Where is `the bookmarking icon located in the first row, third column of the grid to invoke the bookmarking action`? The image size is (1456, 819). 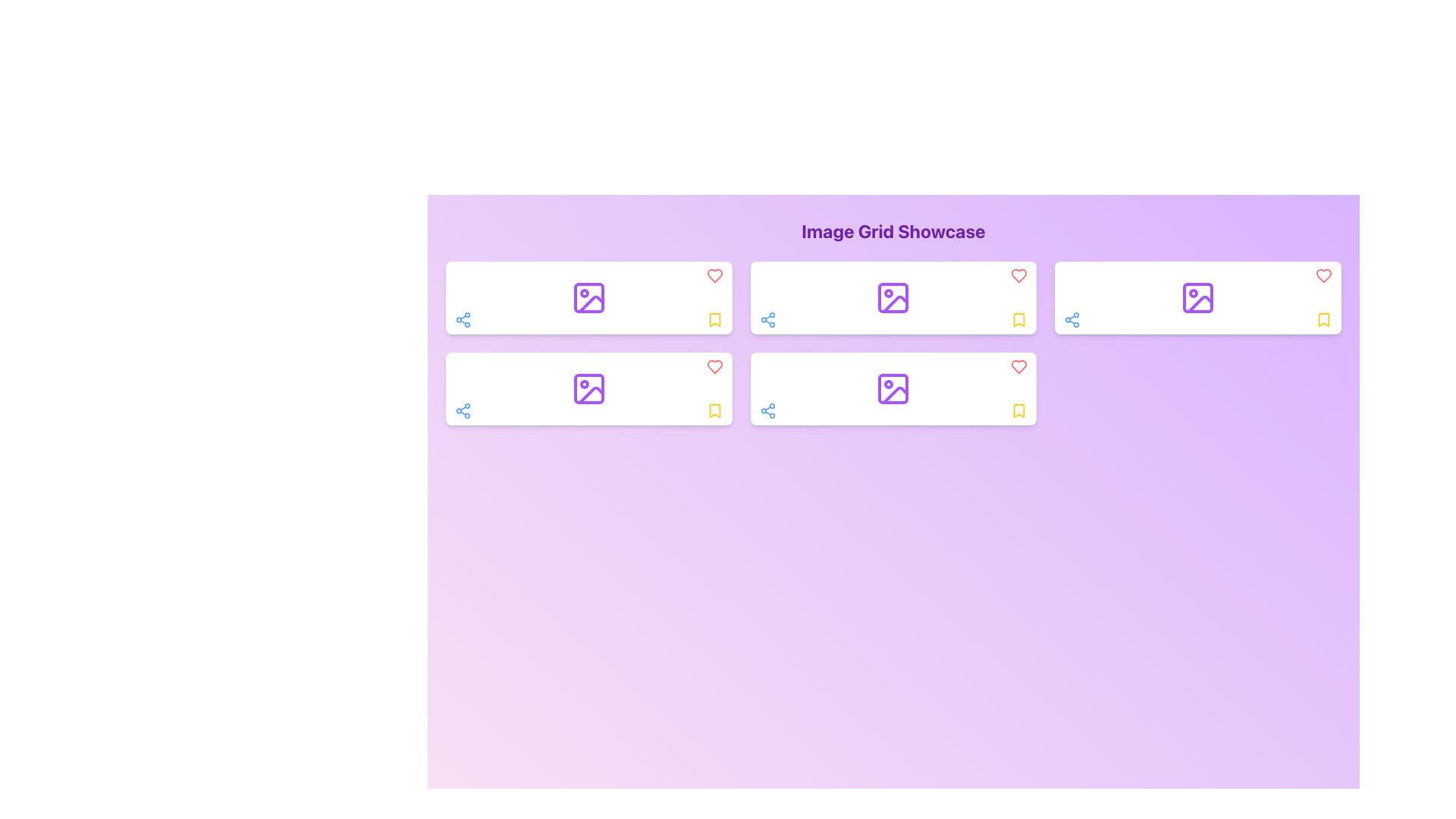 the bookmarking icon located in the first row, third column of the grid to invoke the bookmarking action is located at coordinates (1019, 318).